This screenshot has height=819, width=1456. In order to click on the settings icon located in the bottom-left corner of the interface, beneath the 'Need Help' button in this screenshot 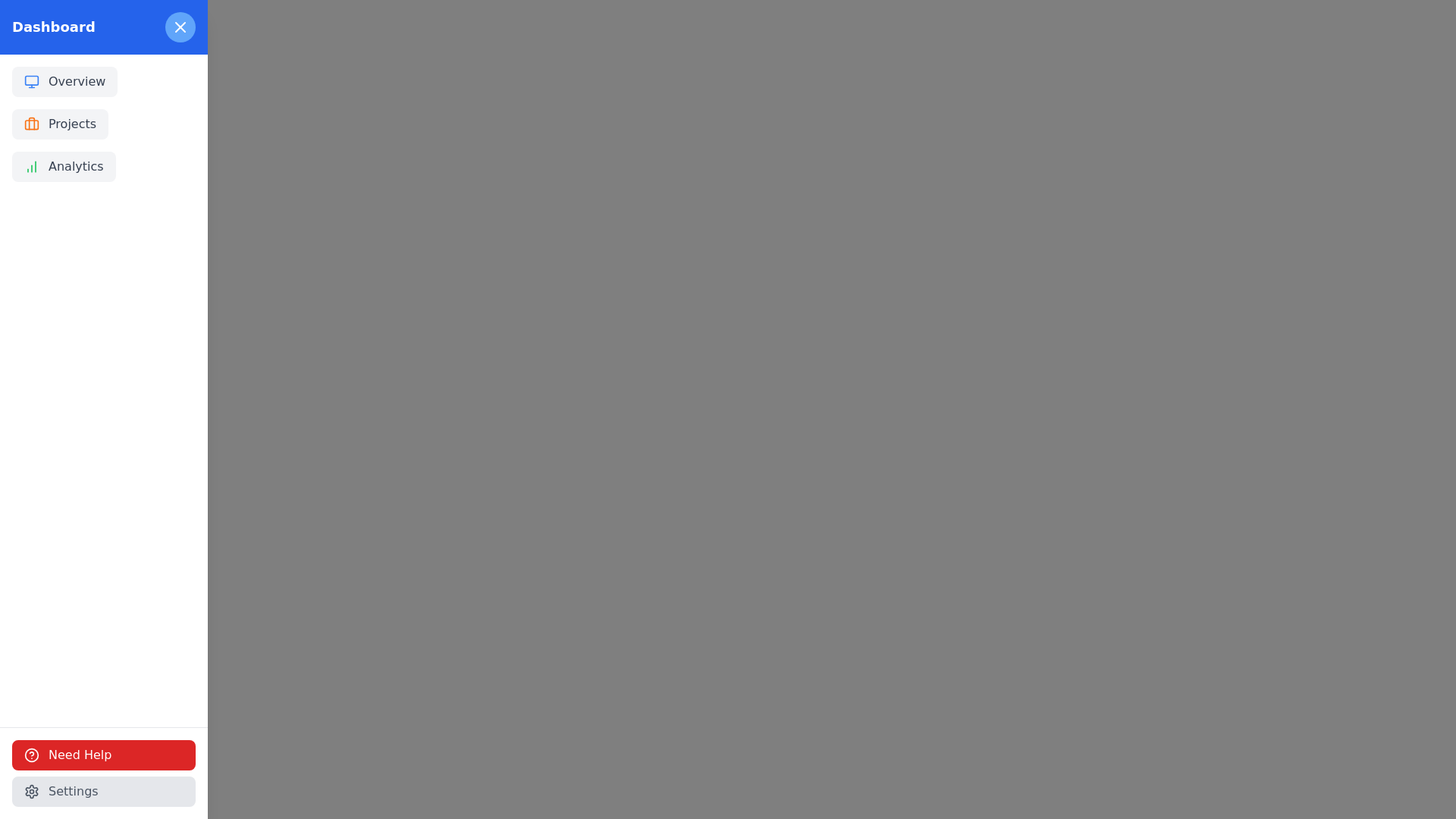, I will do `click(32, 791)`.